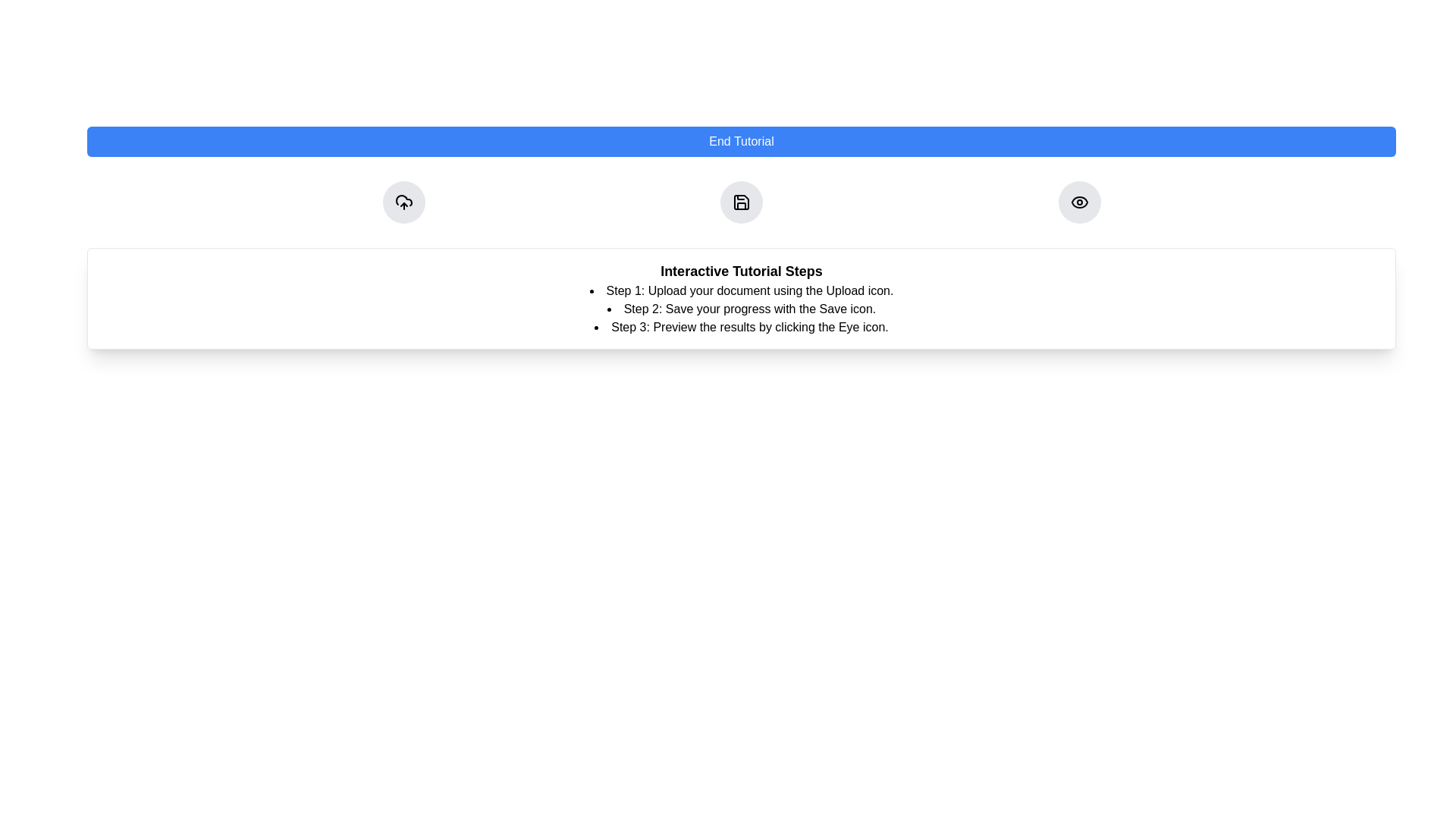 This screenshot has width=1456, height=819. What do you see at coordinates (403, 201) in the screenshot?
I see `the first upload button located in the middle section of the layout to observe the hover effect` at bounding box center [403, 201].